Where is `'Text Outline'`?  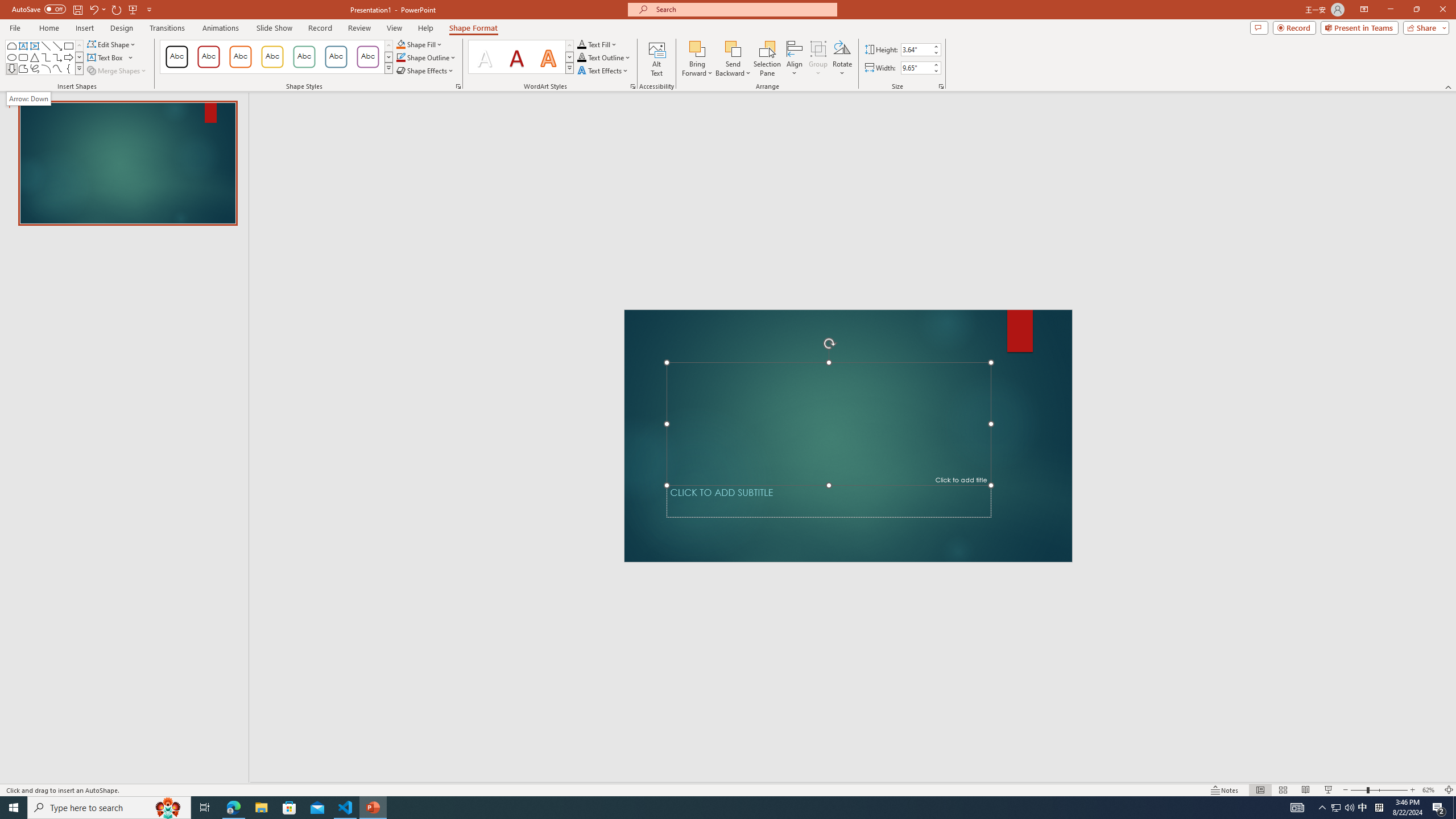 'Text Outline' is located at coordinates (603, 56).